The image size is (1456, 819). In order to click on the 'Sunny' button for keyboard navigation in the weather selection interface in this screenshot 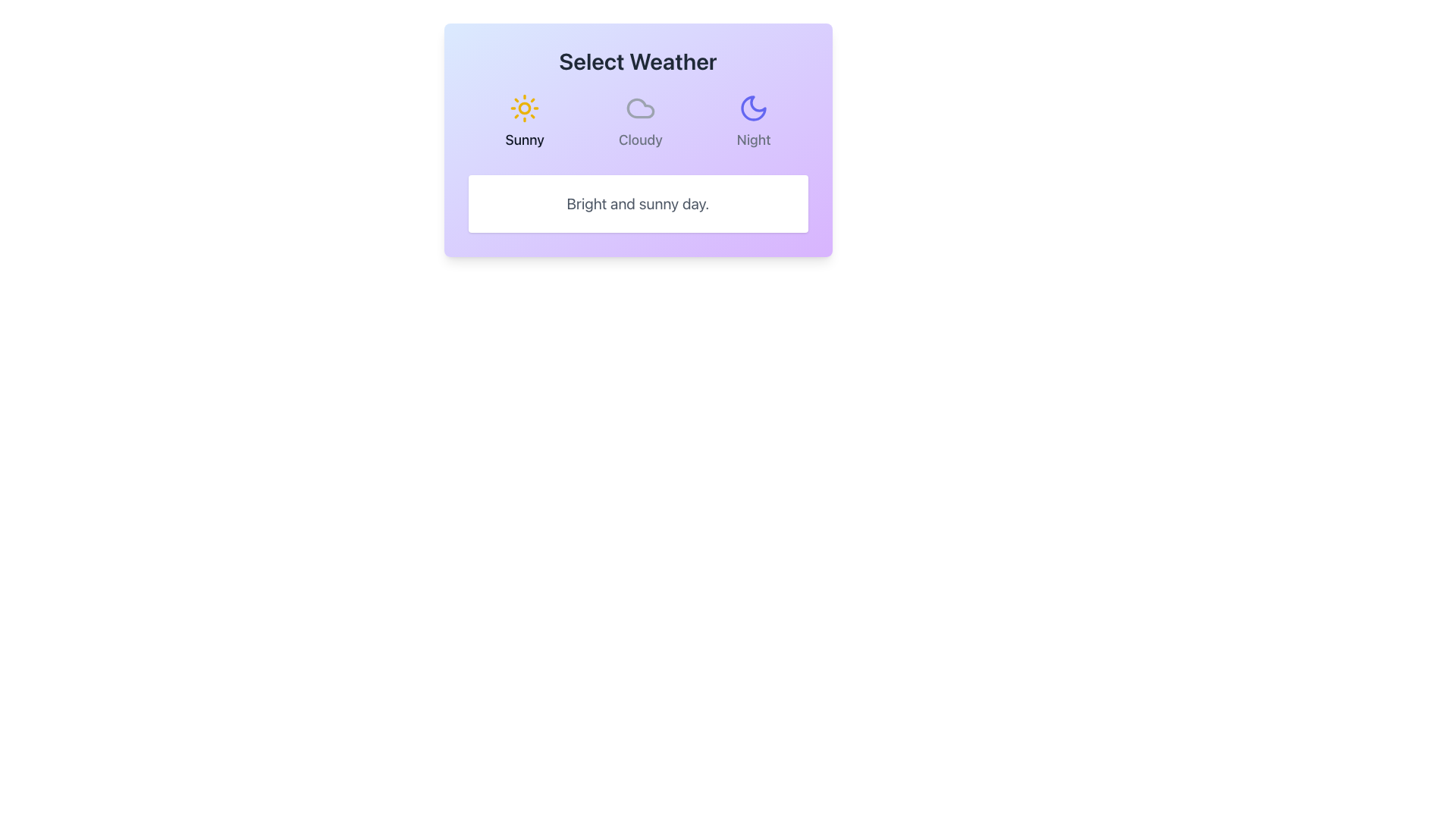, I will do `click(525, 121)`.